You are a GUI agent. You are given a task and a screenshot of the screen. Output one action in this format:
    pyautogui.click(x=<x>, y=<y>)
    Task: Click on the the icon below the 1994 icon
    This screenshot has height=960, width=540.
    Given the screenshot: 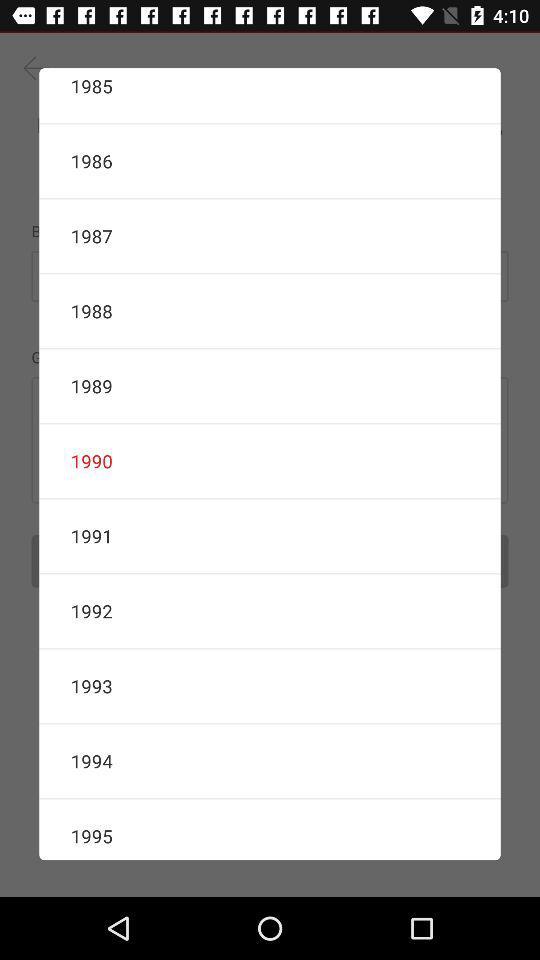 What is the action you would take?
    pyautogui.click(x=270, y=829)
    